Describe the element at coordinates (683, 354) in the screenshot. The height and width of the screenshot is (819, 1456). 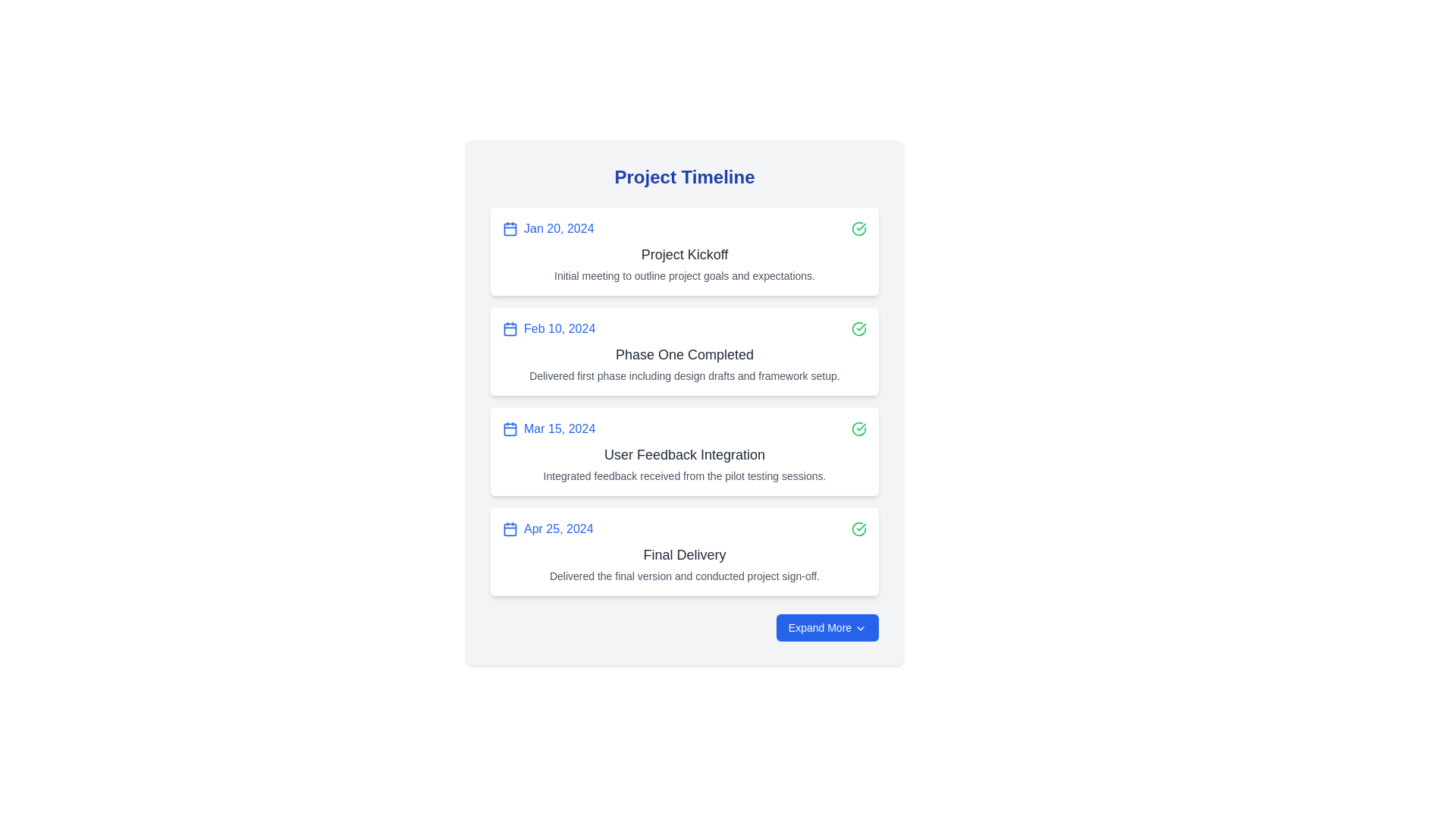
I see `the text label that reads 'Phase One Completed', which is the second line of text in the card under 'Feb 10, 2024' in the 'Project Timeline'` at that location.